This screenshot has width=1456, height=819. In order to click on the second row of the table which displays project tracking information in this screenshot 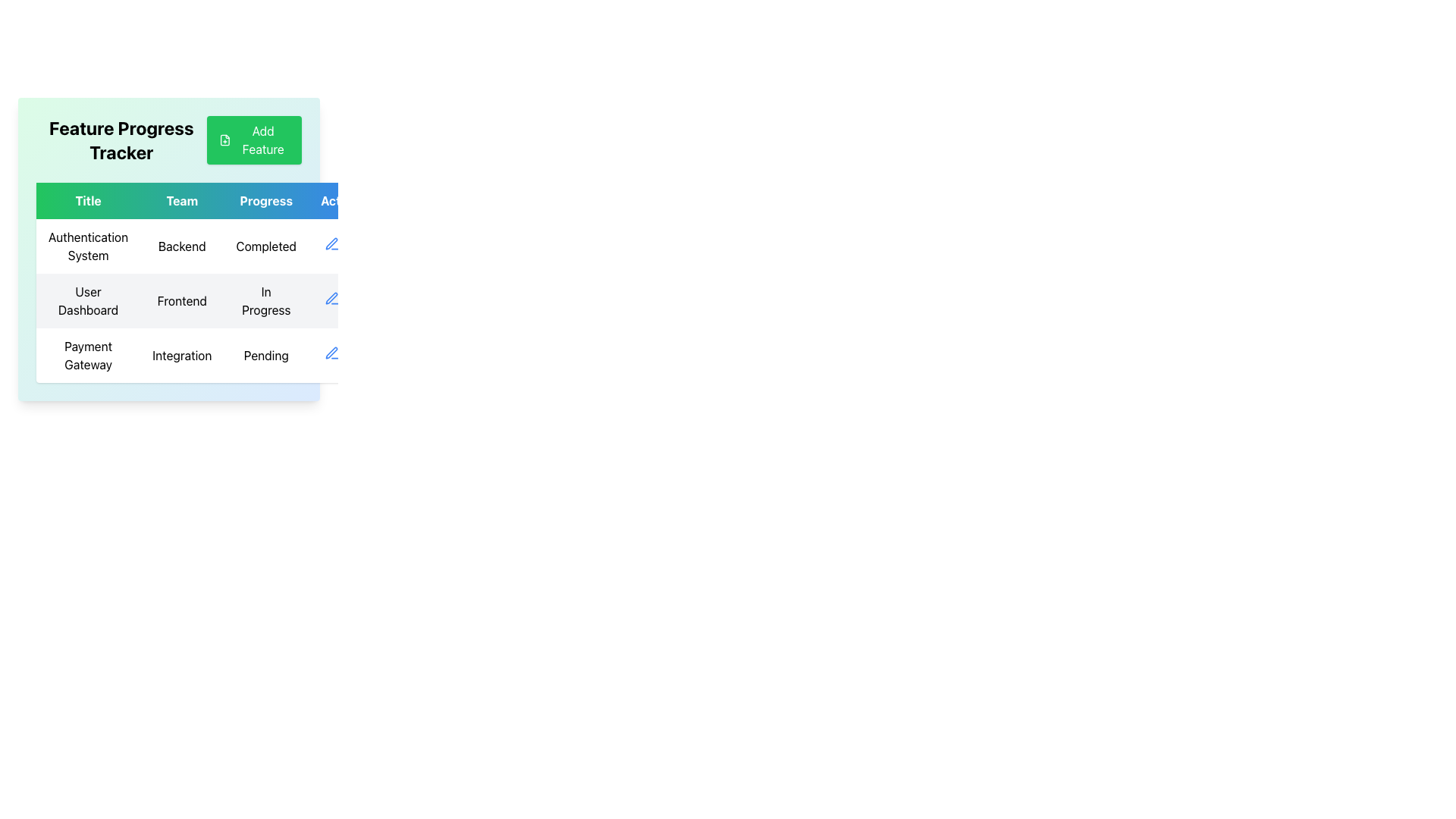, I will do `click(206, 301)`.